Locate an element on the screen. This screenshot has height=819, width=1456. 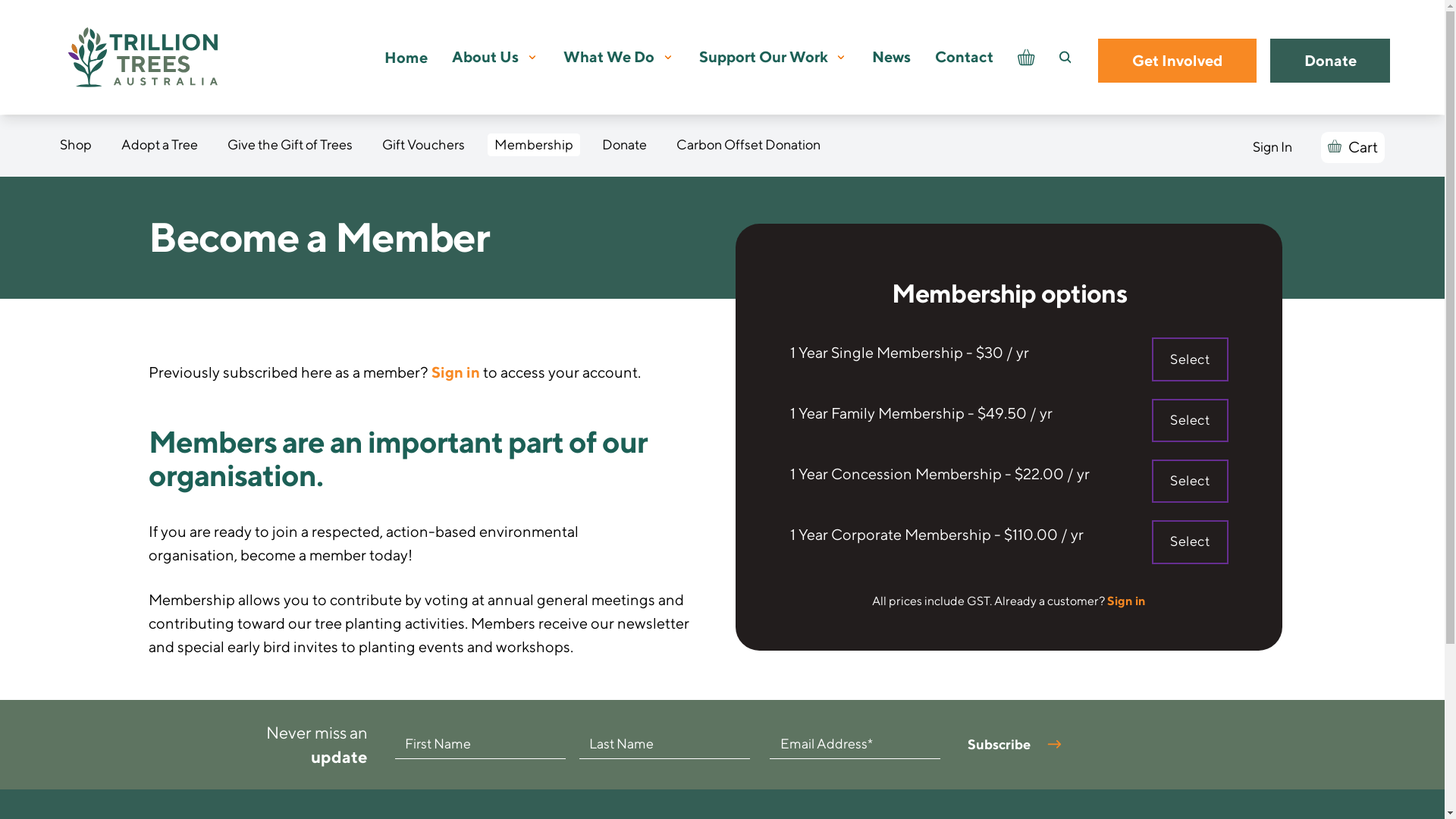
'Home' is located at coordinates (384, 55).